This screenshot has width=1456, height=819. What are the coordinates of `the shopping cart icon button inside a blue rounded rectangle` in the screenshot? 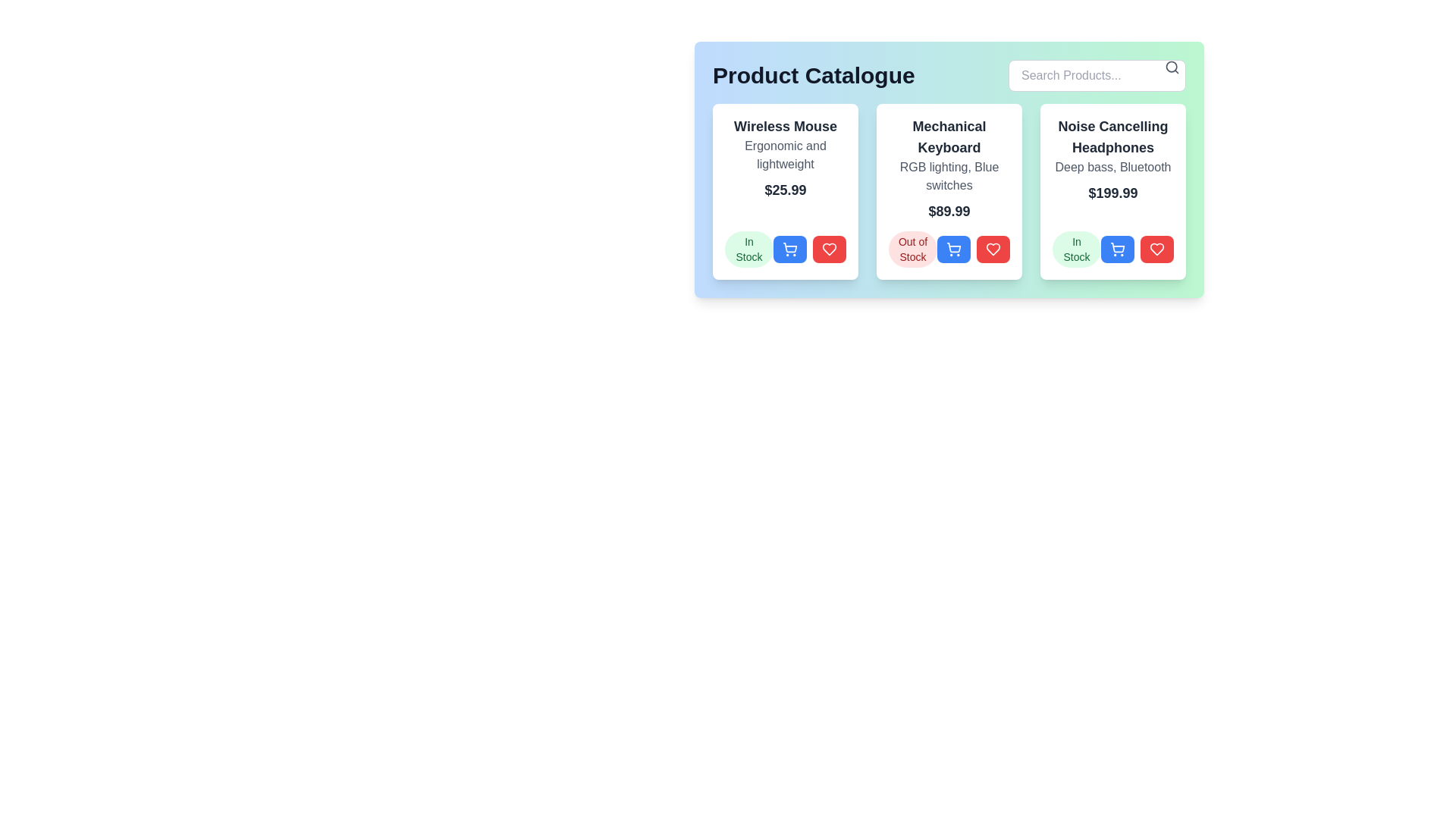 It's located at (1117, 248).